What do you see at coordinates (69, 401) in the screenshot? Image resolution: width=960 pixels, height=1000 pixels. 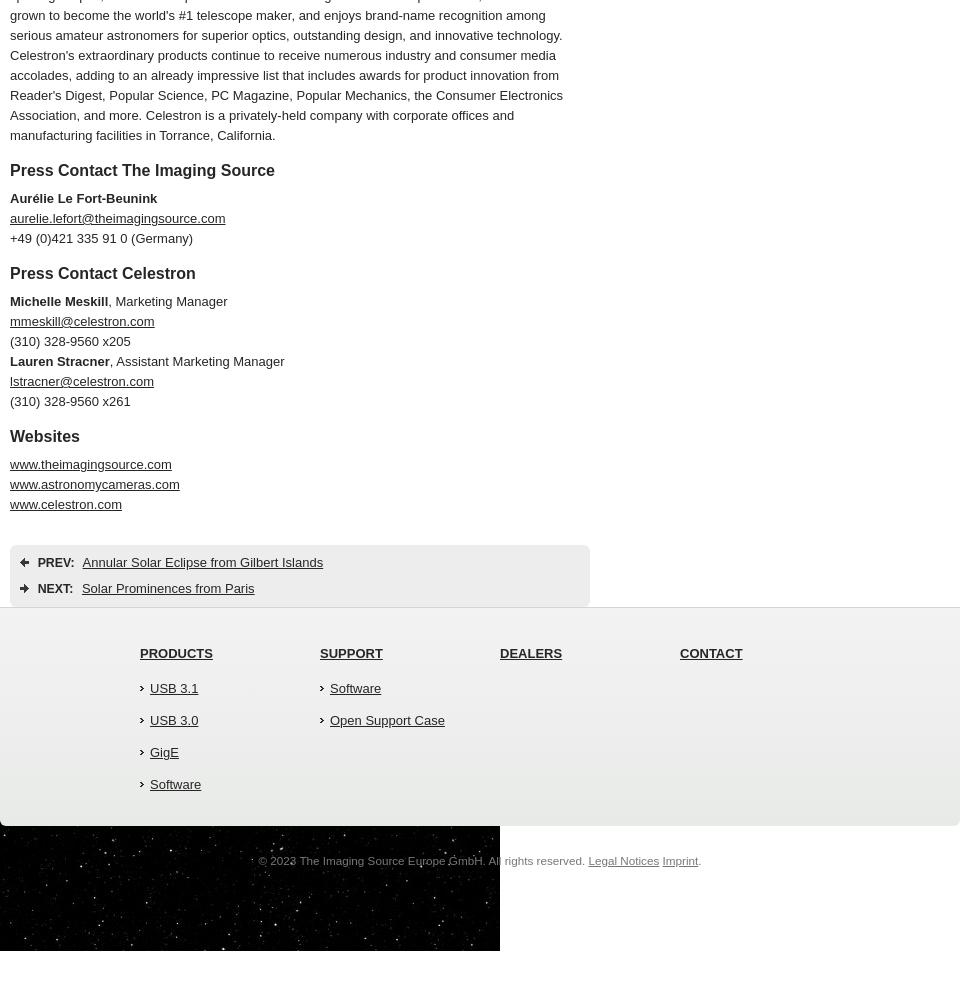 I see `'(310) 328-9560 x261'` at bounding box center [69, 401].